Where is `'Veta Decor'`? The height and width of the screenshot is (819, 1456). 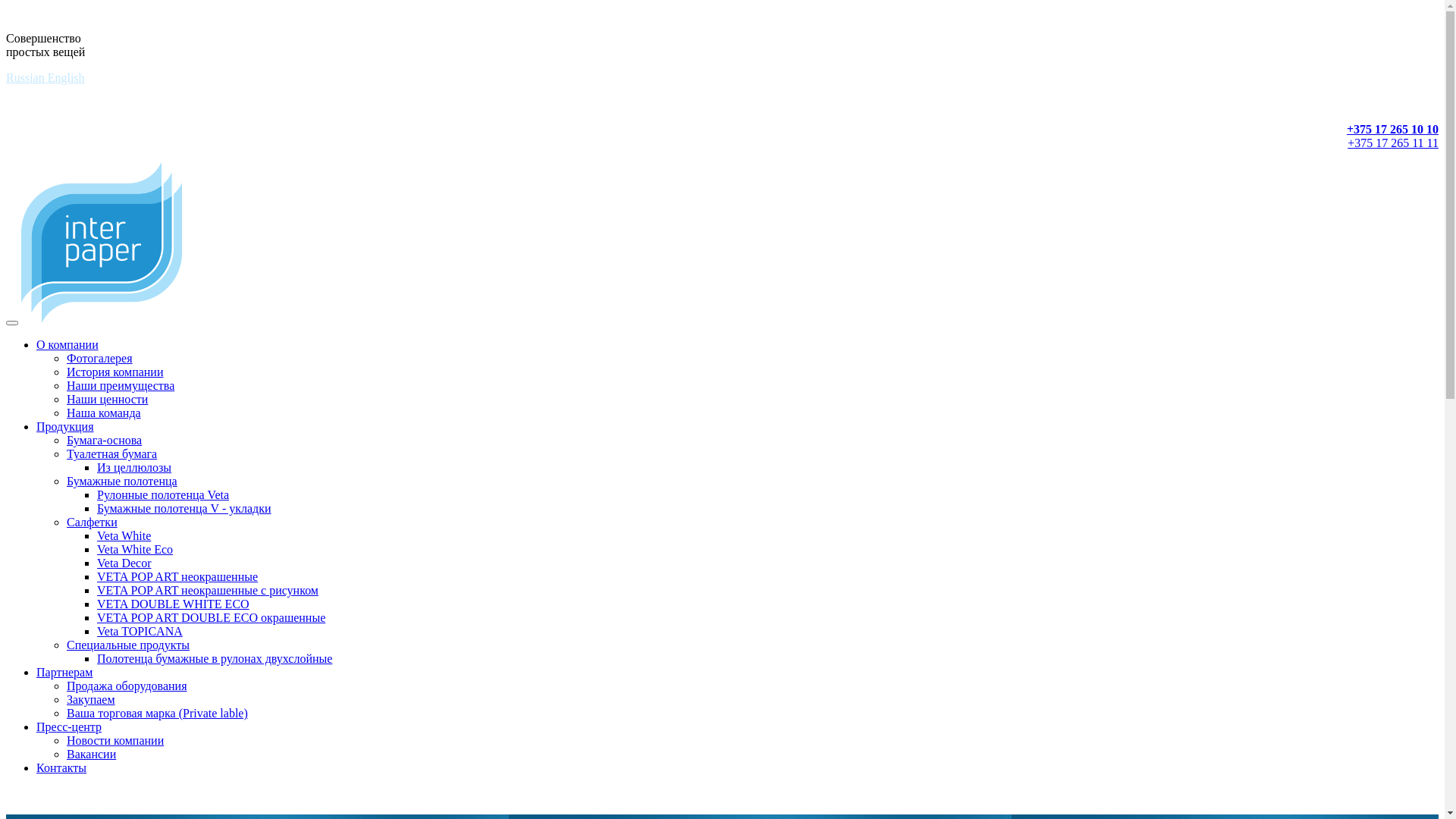 'Veta Decor' is located at coordinates (124, 563).